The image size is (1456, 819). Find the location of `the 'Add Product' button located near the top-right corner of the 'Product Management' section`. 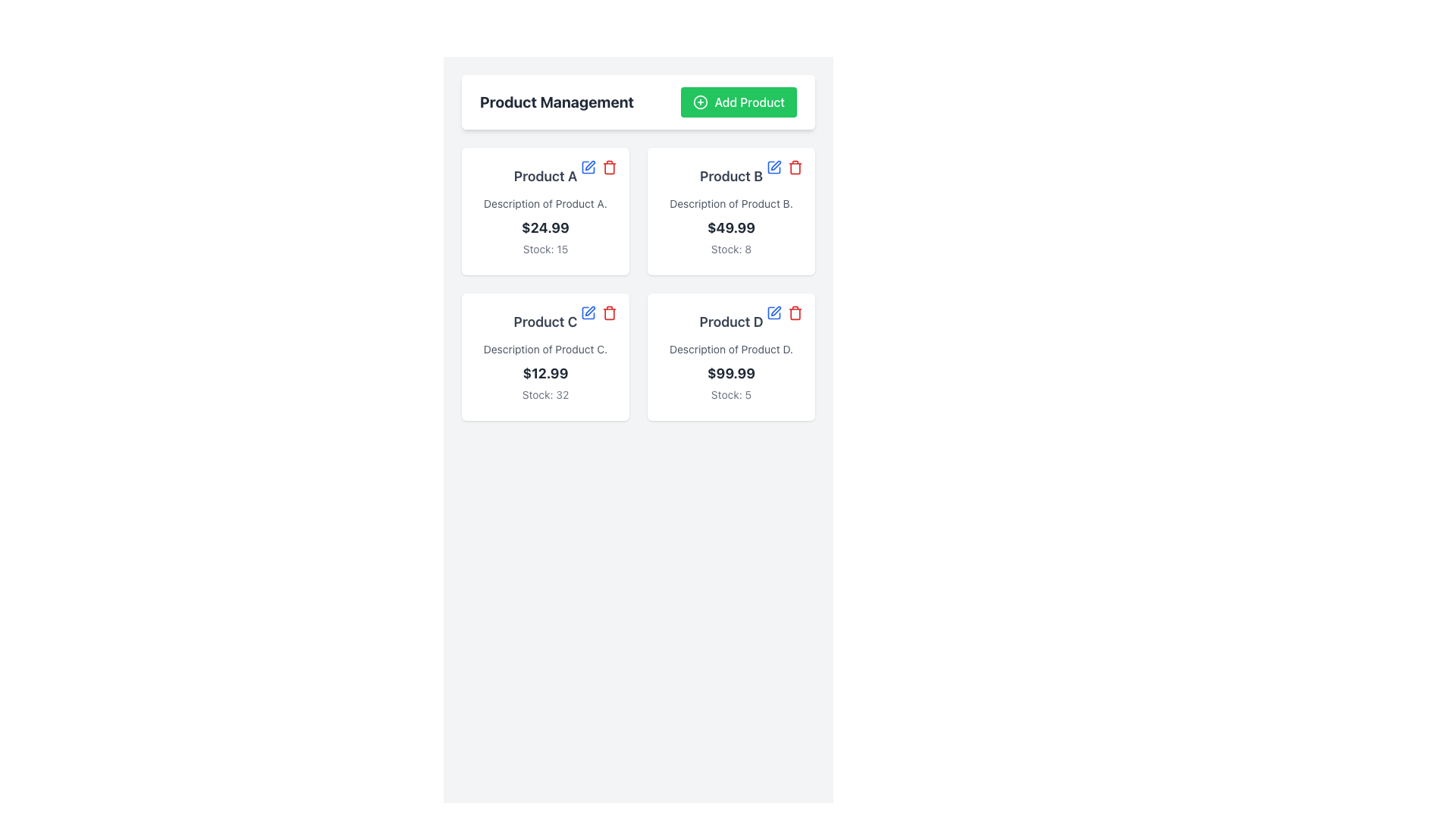

the 'Add Product' button located near the top-right corner of the 'Product Management' section is located at coordinates (739, 102).